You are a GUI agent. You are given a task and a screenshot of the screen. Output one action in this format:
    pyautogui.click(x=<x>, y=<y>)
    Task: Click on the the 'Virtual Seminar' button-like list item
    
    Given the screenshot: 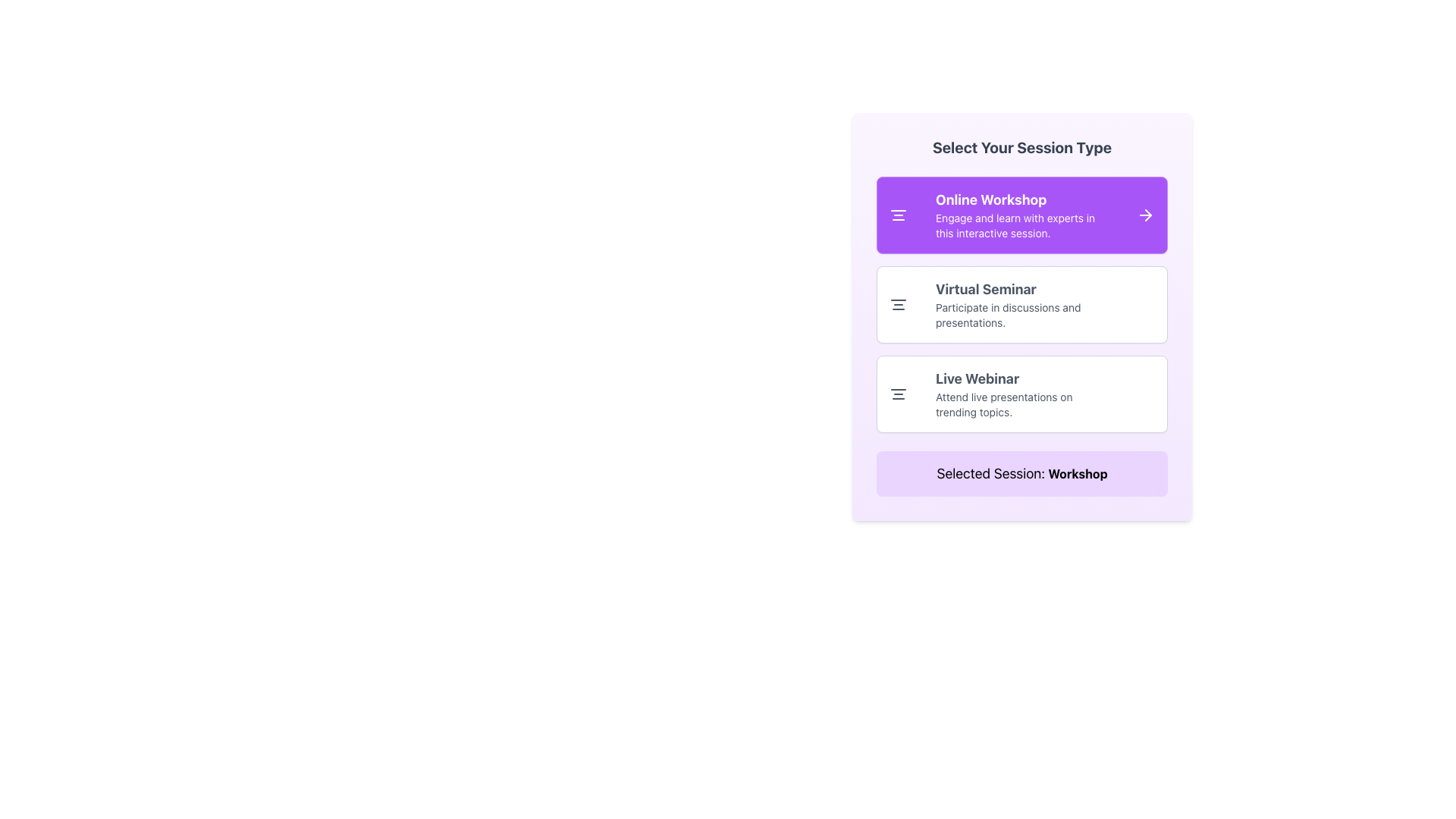 What is the action you would take?
    pyautogui.click(x=1022, y=304)
    